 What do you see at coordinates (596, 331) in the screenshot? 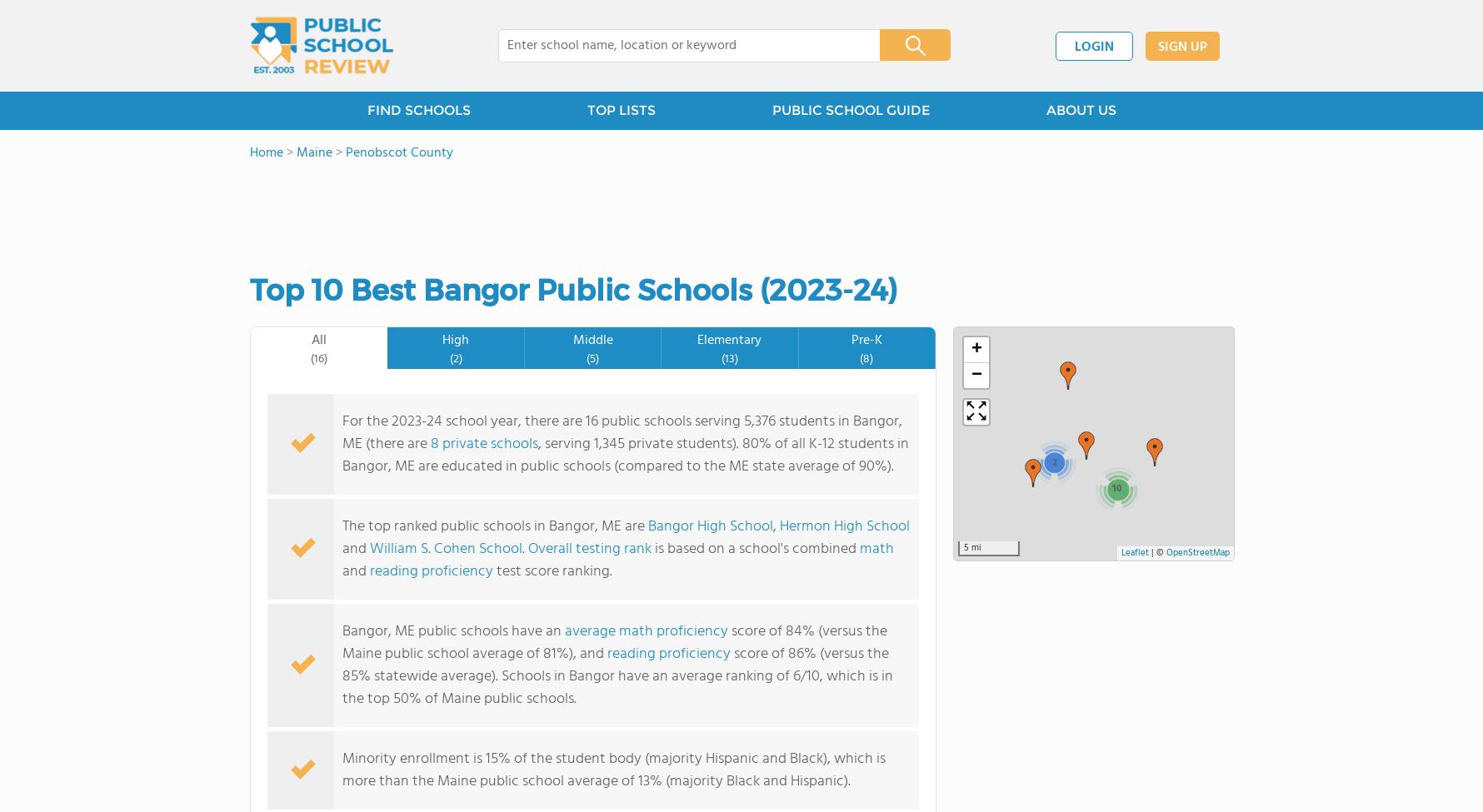
I see `'(207) 942-5296'` at bounding box center [596, 331].